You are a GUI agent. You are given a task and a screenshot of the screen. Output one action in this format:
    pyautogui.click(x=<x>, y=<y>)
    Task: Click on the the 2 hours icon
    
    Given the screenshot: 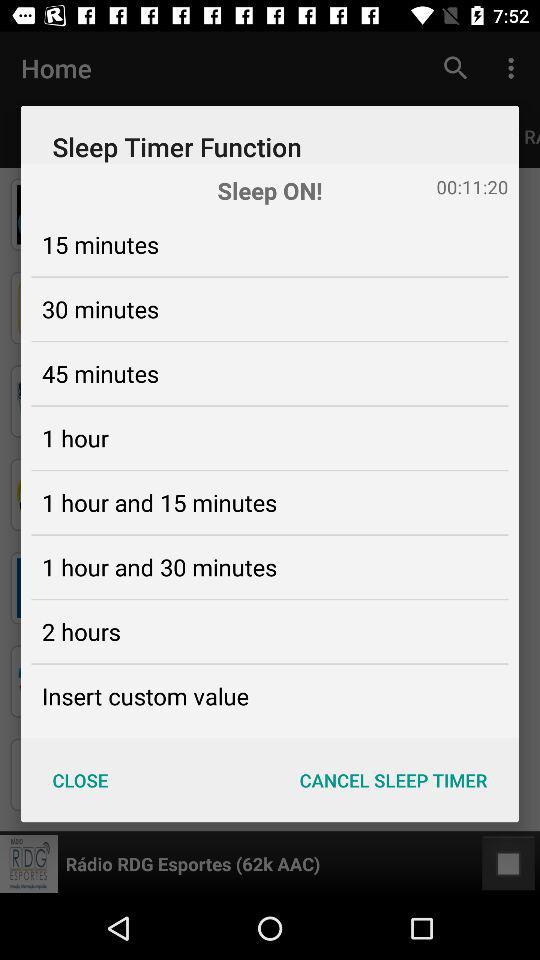 What is the action you would take?
    pyautogui.click(x=80, y=630)
    